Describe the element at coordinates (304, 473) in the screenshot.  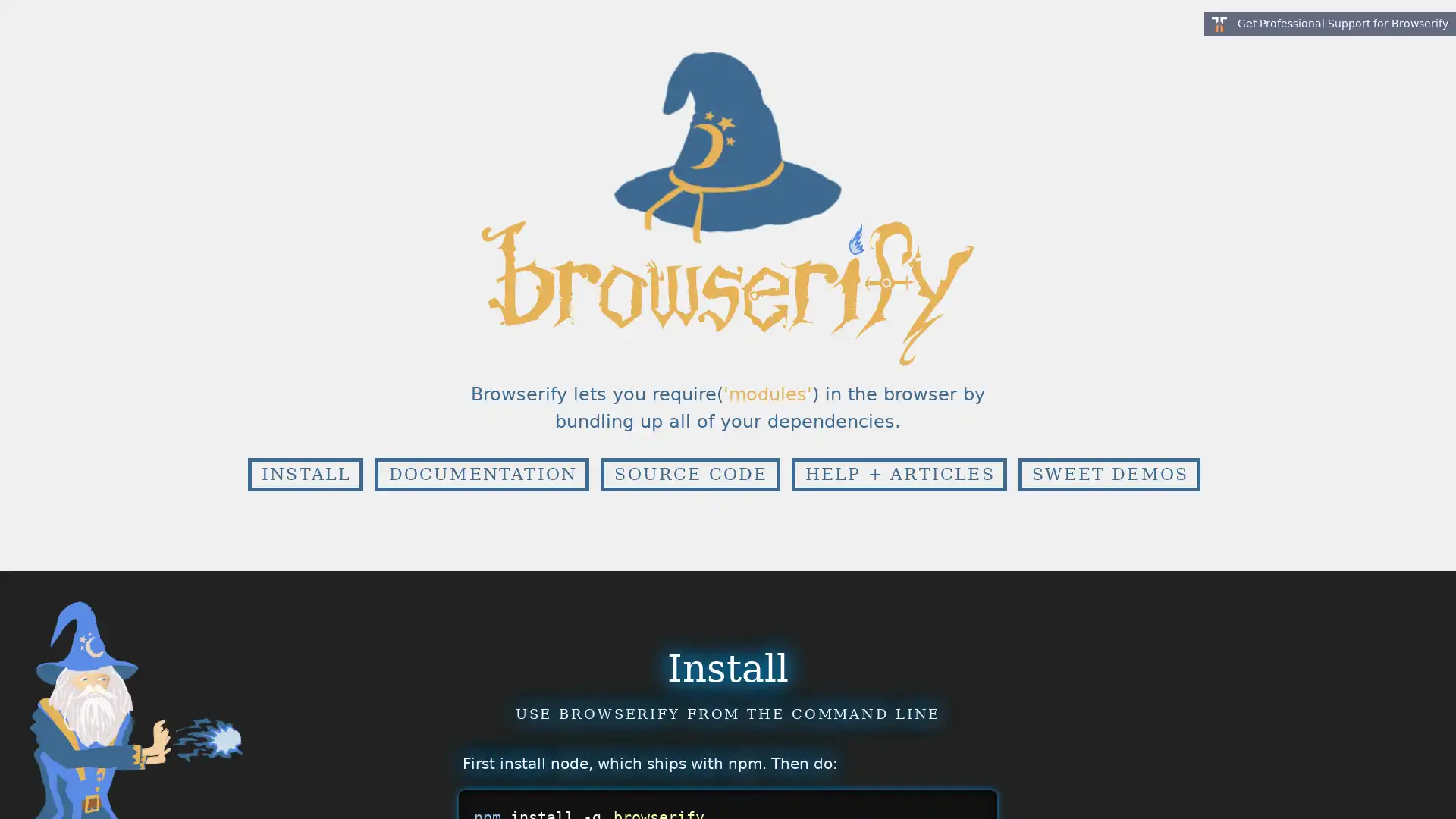
I see `INSTALL` at that location.